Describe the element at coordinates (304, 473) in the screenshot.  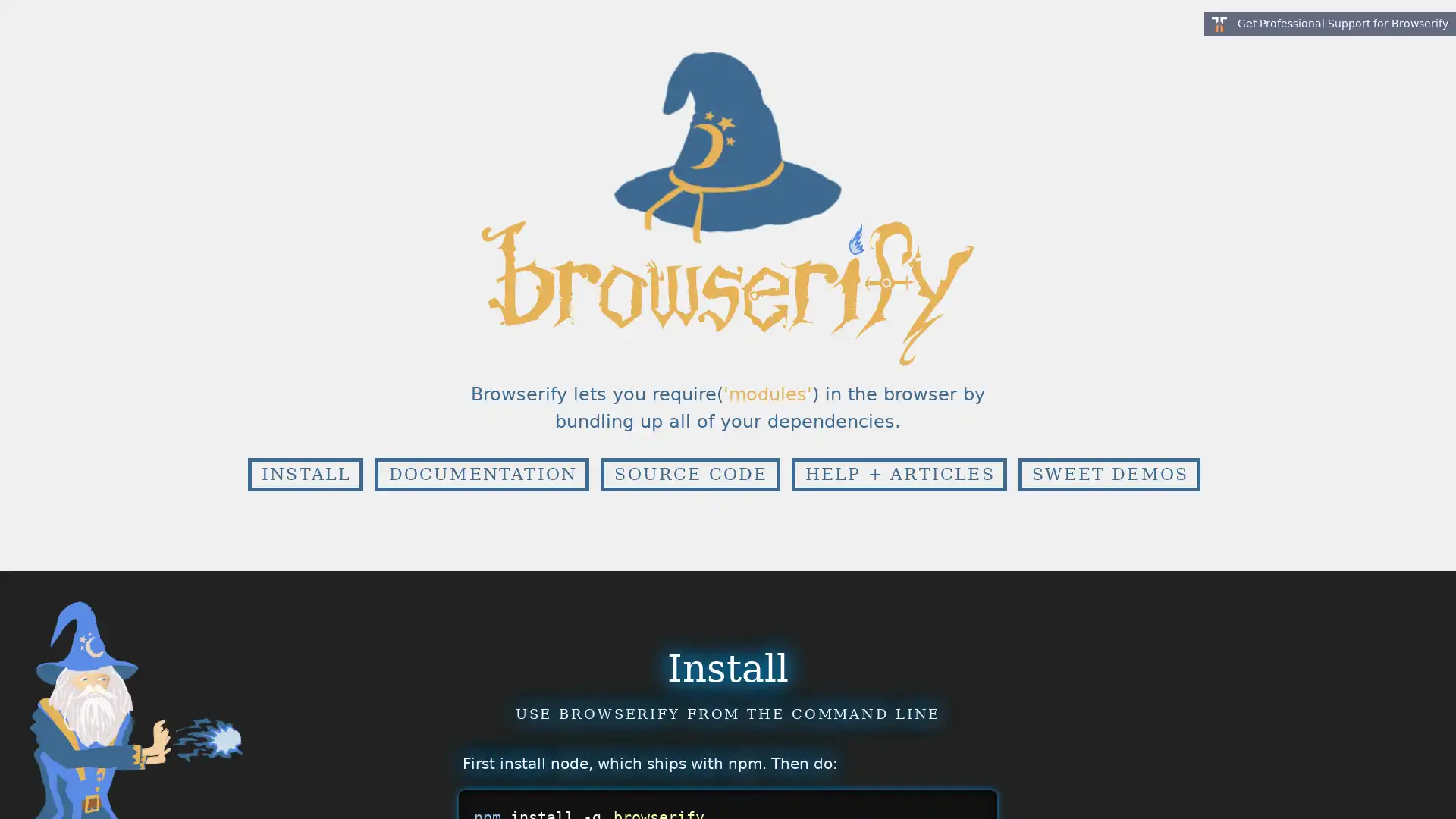
I see `INSTALL` at that location.